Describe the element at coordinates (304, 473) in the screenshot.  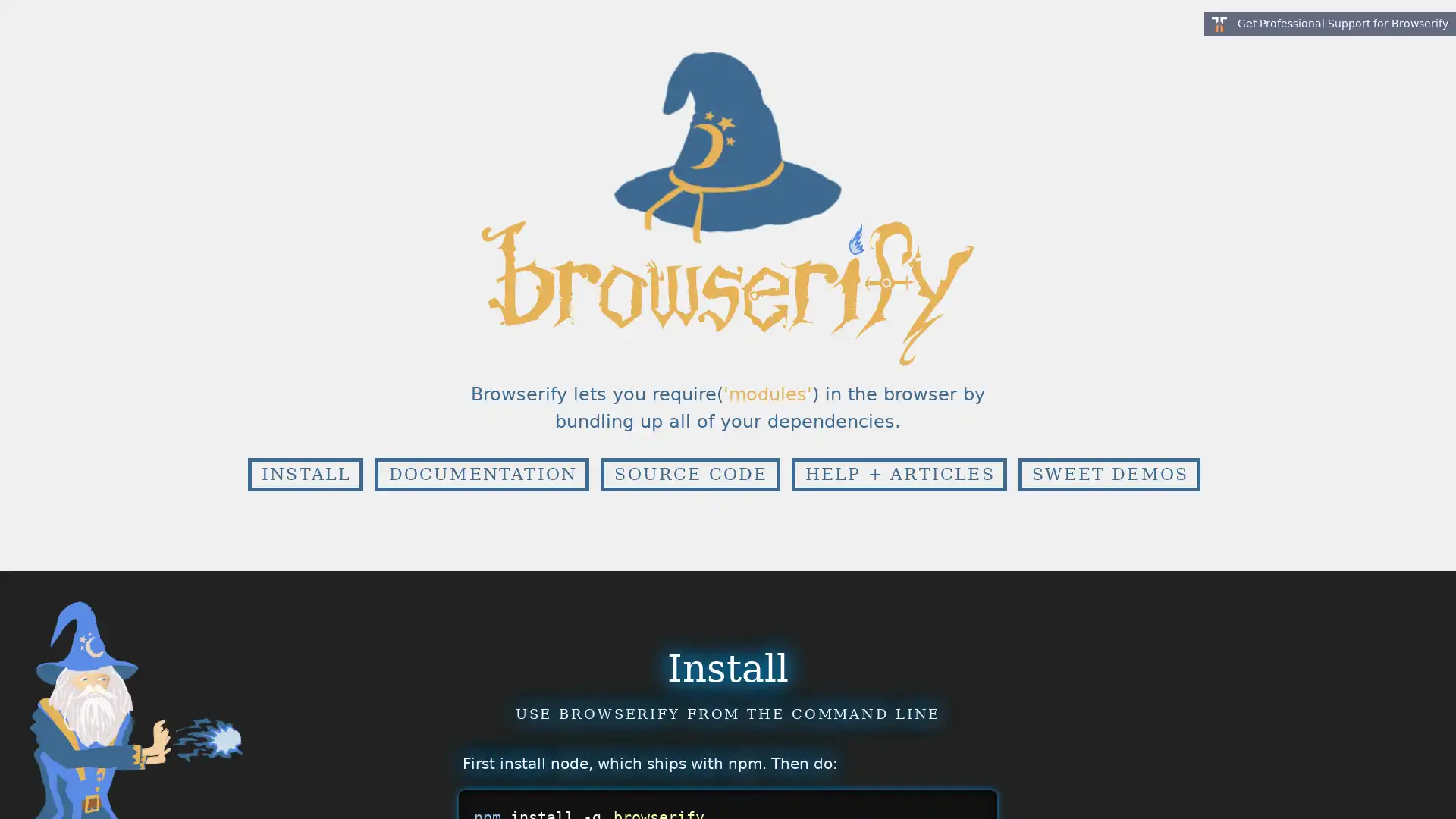
I see `INSTALL` at that location.